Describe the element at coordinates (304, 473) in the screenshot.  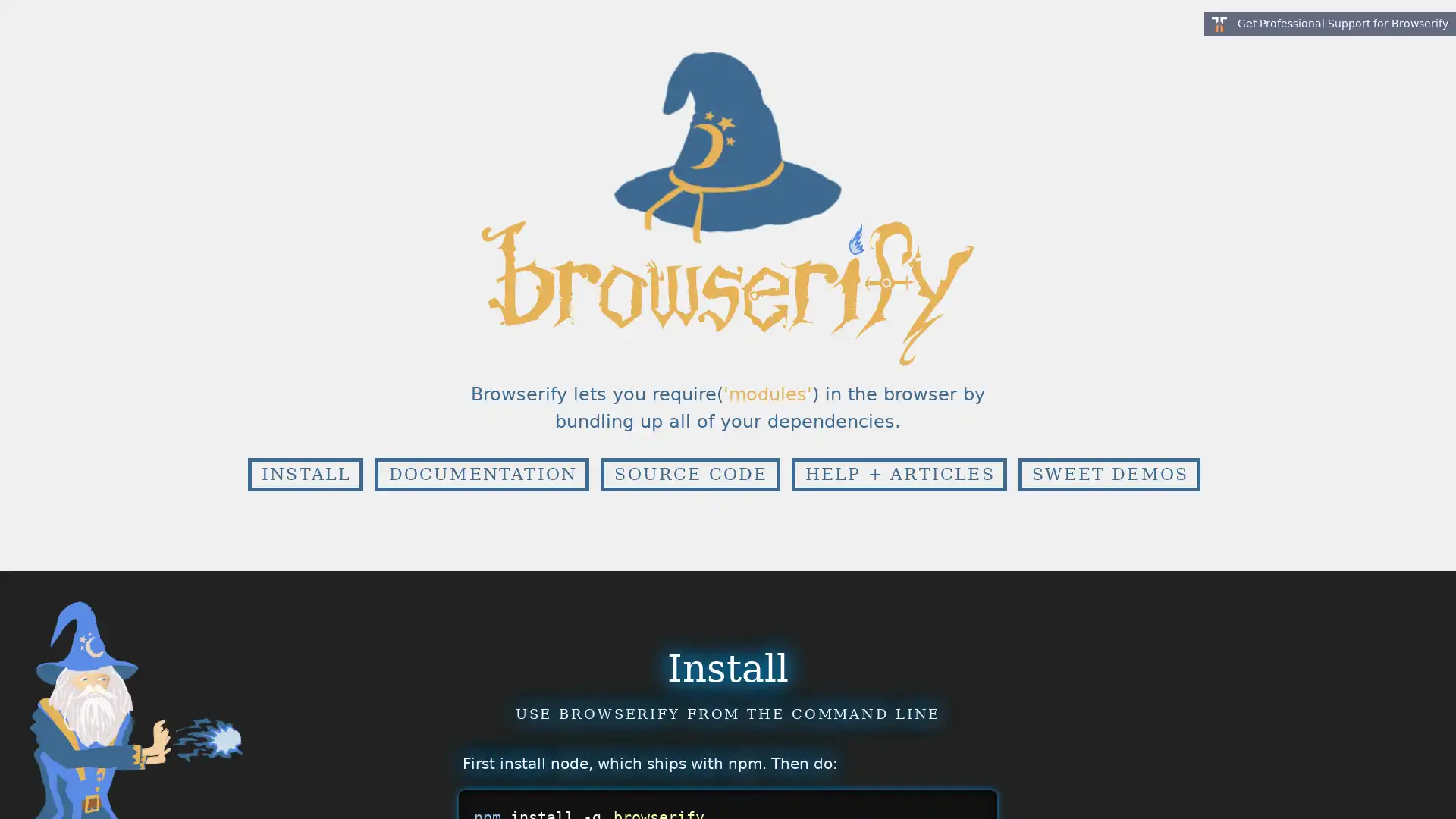
I see `INSTALL` at that location.